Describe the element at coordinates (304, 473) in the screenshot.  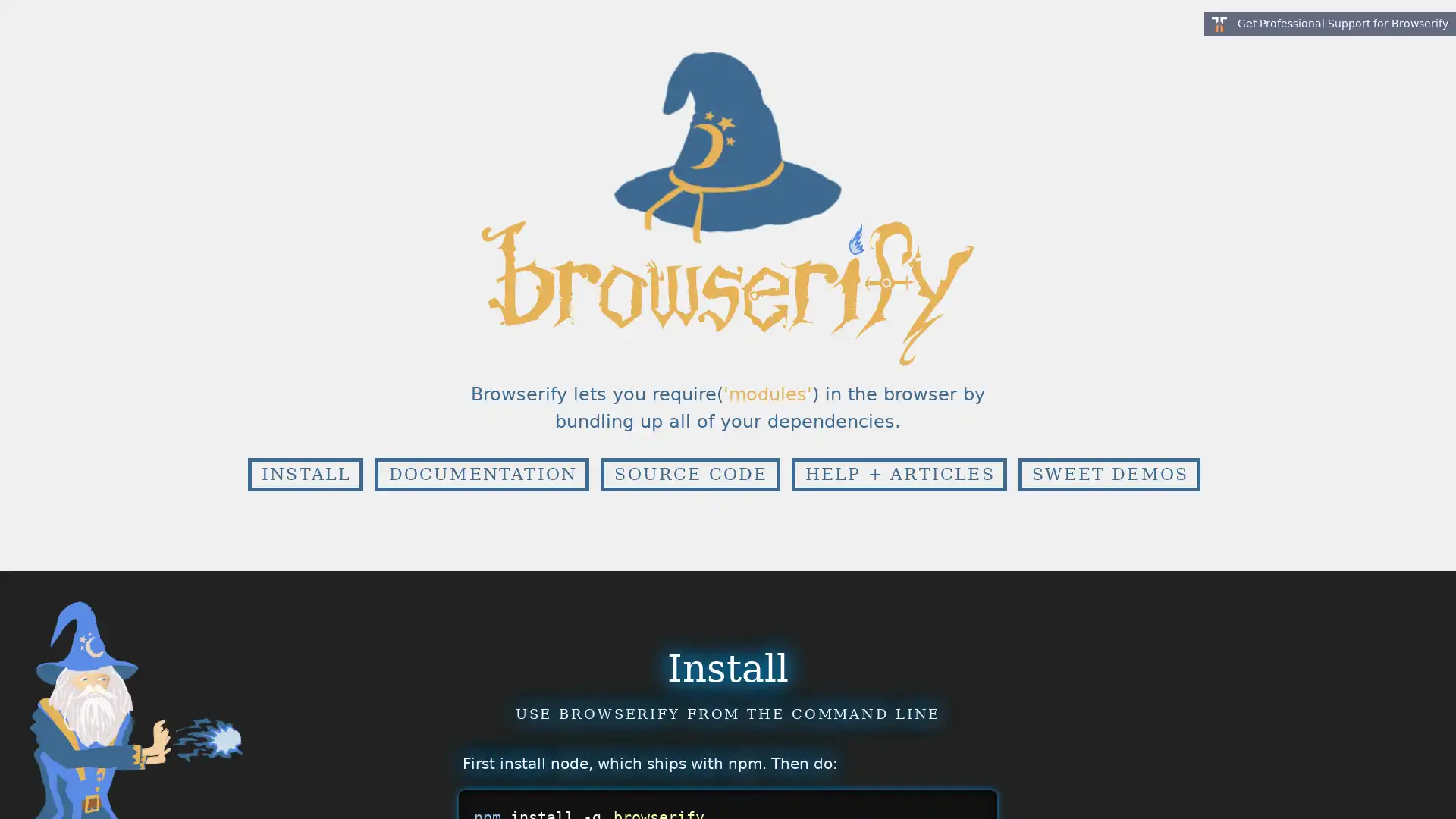
I see `INSTALL` at that location.